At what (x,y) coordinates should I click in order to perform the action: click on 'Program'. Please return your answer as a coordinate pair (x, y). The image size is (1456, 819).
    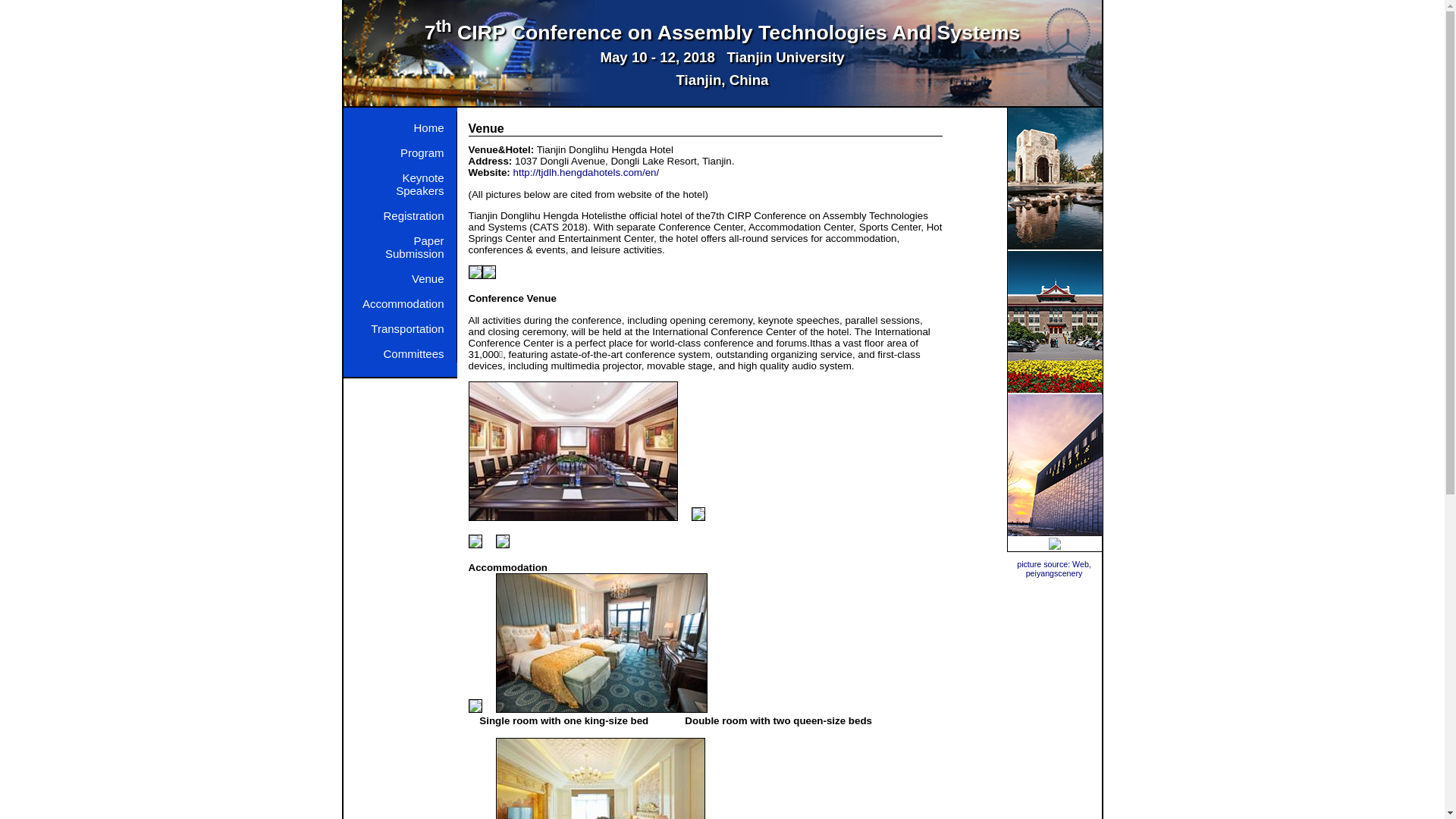
    Looking at the image, I should click on (399, 149).